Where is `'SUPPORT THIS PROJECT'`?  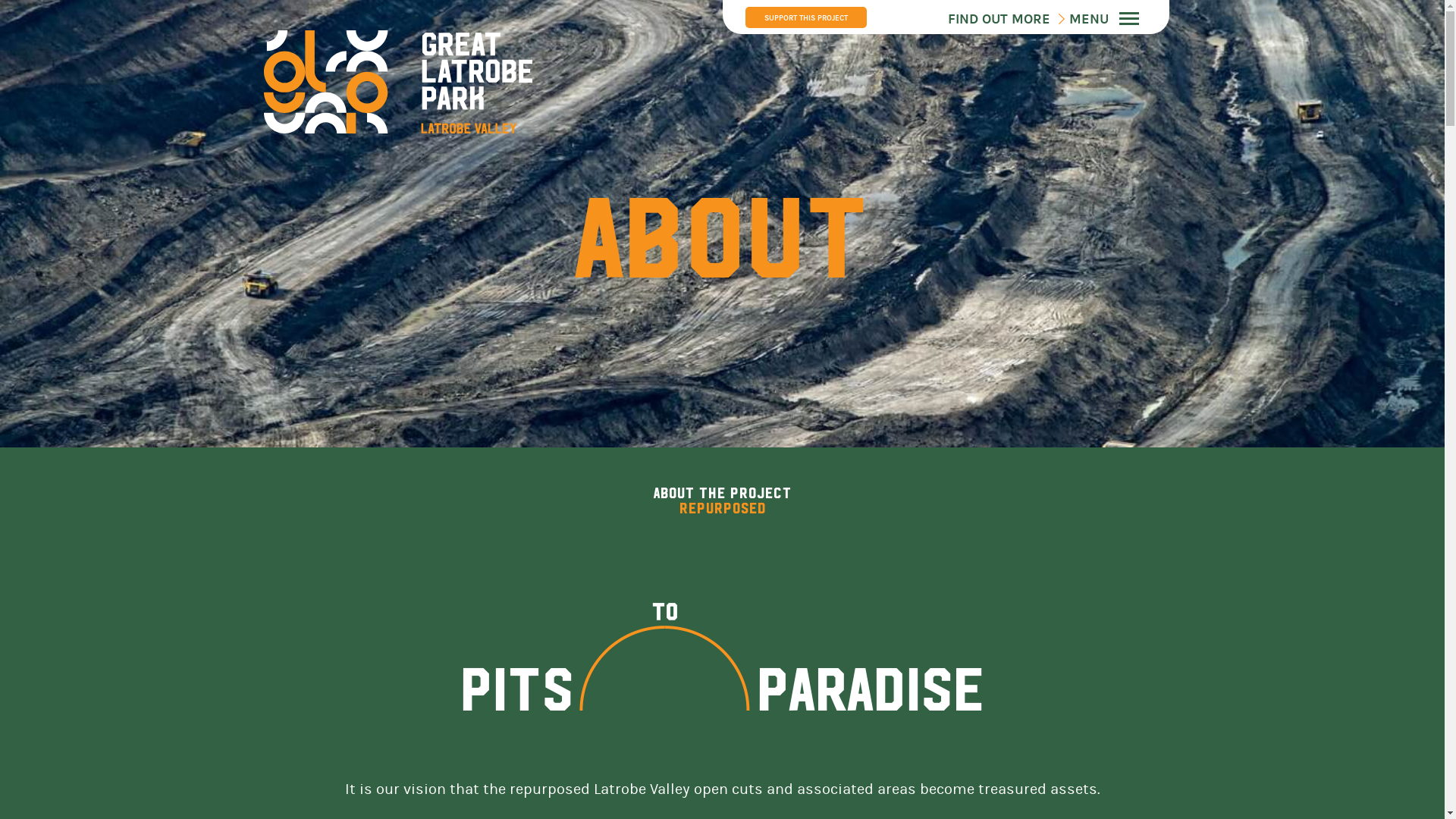 'SUPPORT THIS PROJECT' is located at coordinates (804, 17).